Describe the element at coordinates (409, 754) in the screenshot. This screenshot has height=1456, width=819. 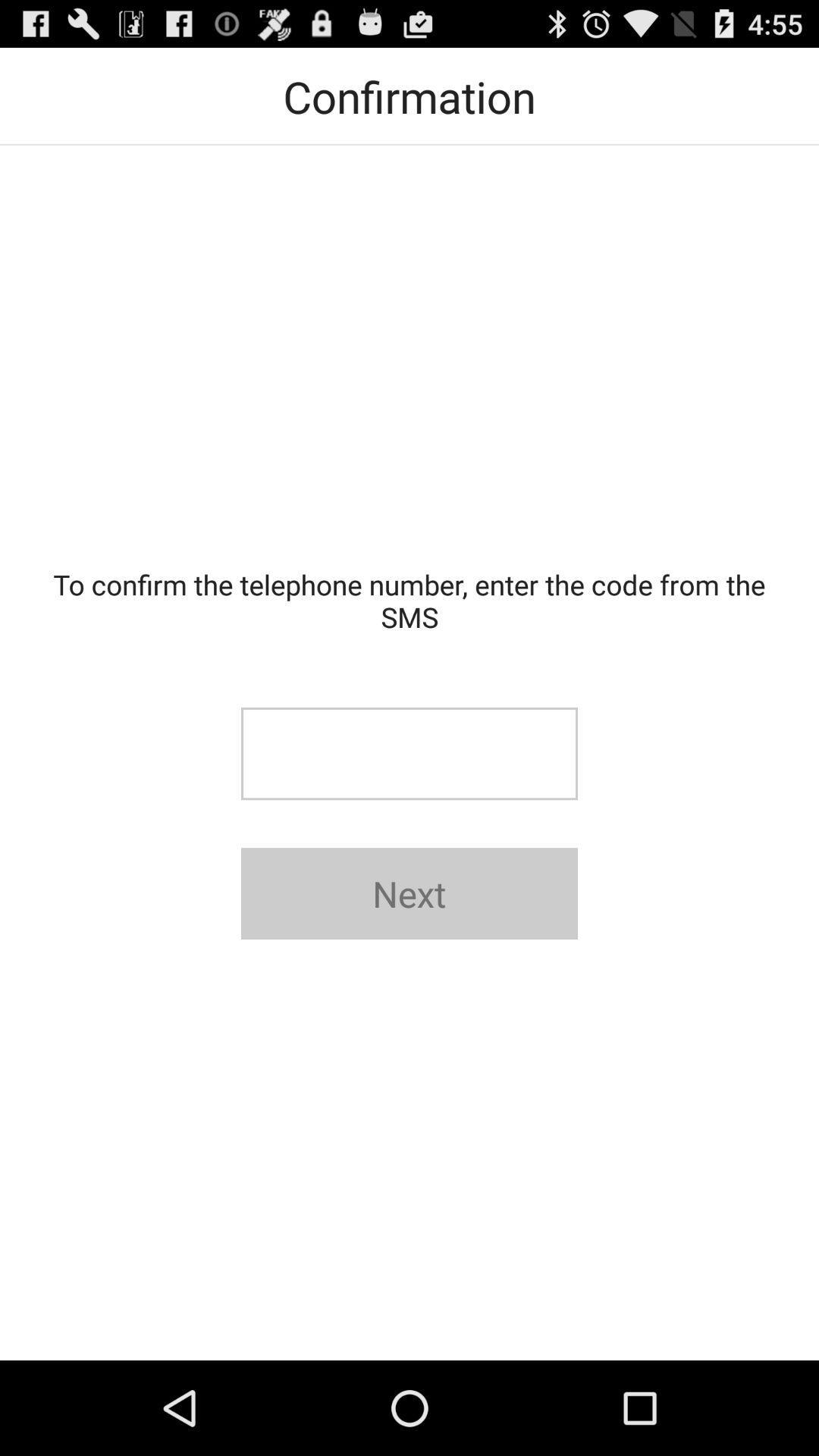
I see `item above next item` at that location.